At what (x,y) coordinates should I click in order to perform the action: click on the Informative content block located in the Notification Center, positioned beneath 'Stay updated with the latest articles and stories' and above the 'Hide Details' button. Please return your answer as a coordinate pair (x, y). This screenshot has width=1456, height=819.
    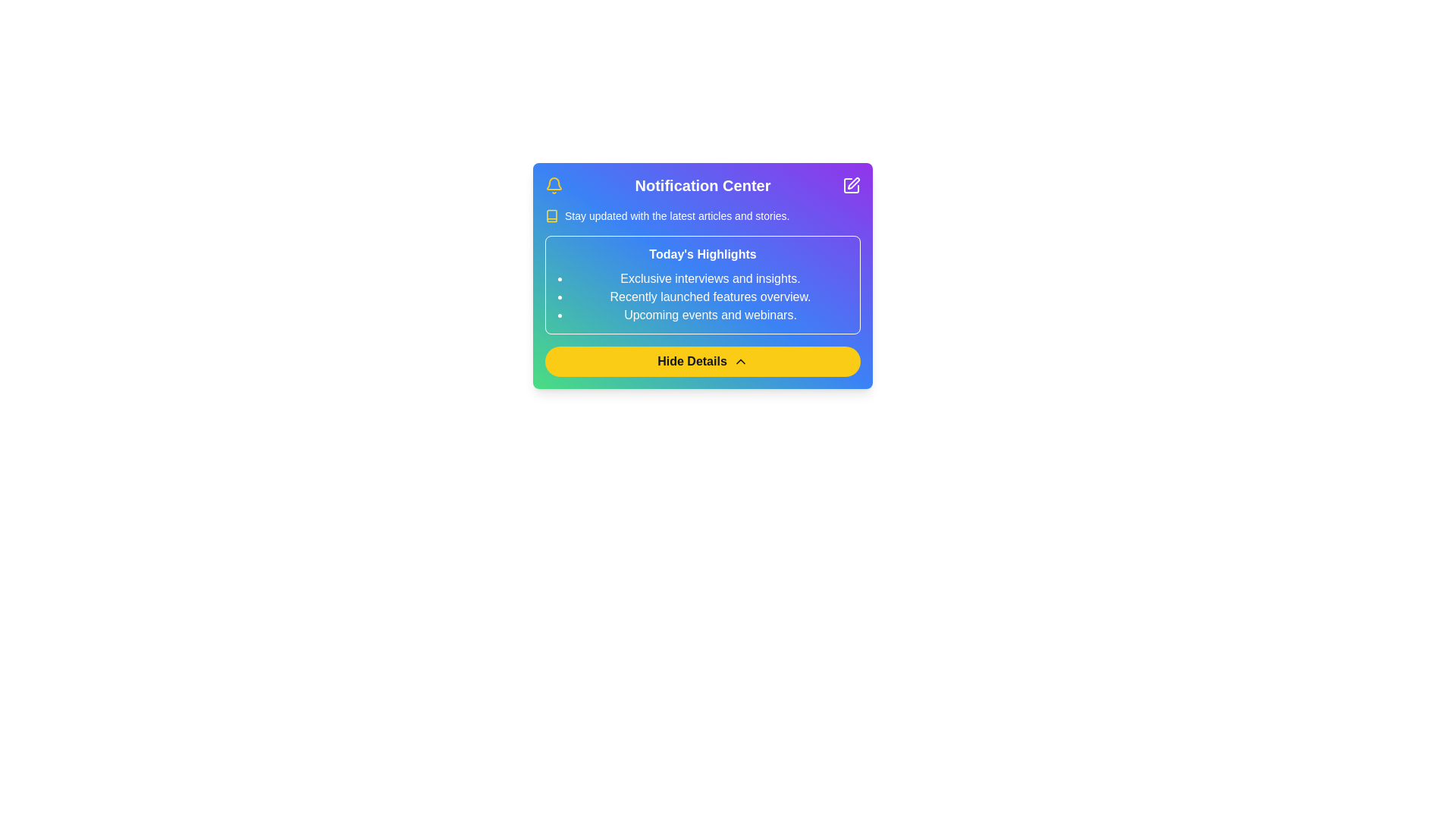
    Looking at the image, I should click on (701, 271).